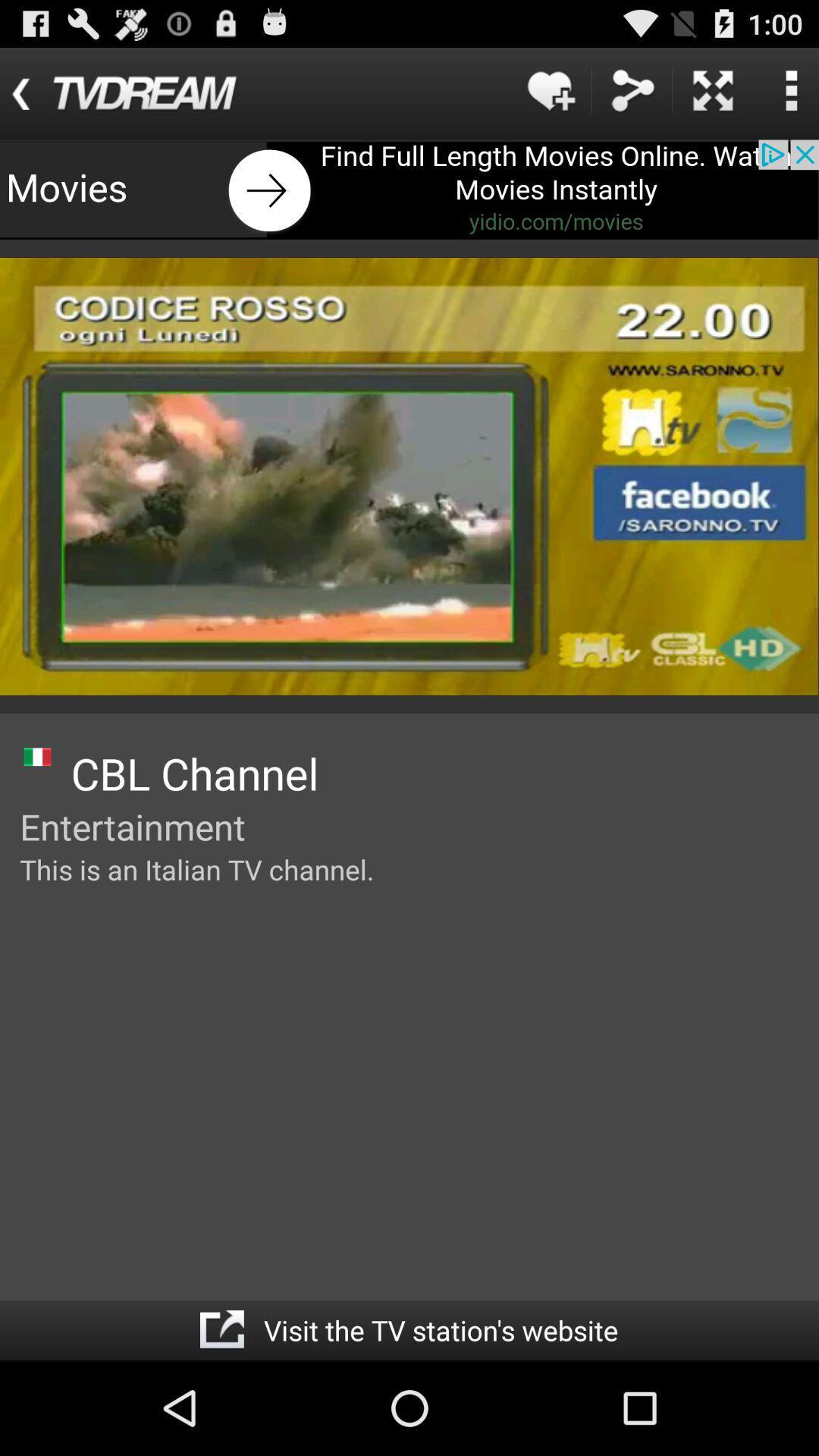 The image size is (819, 1456). I want to click on full screen the video, so click(713, 89).